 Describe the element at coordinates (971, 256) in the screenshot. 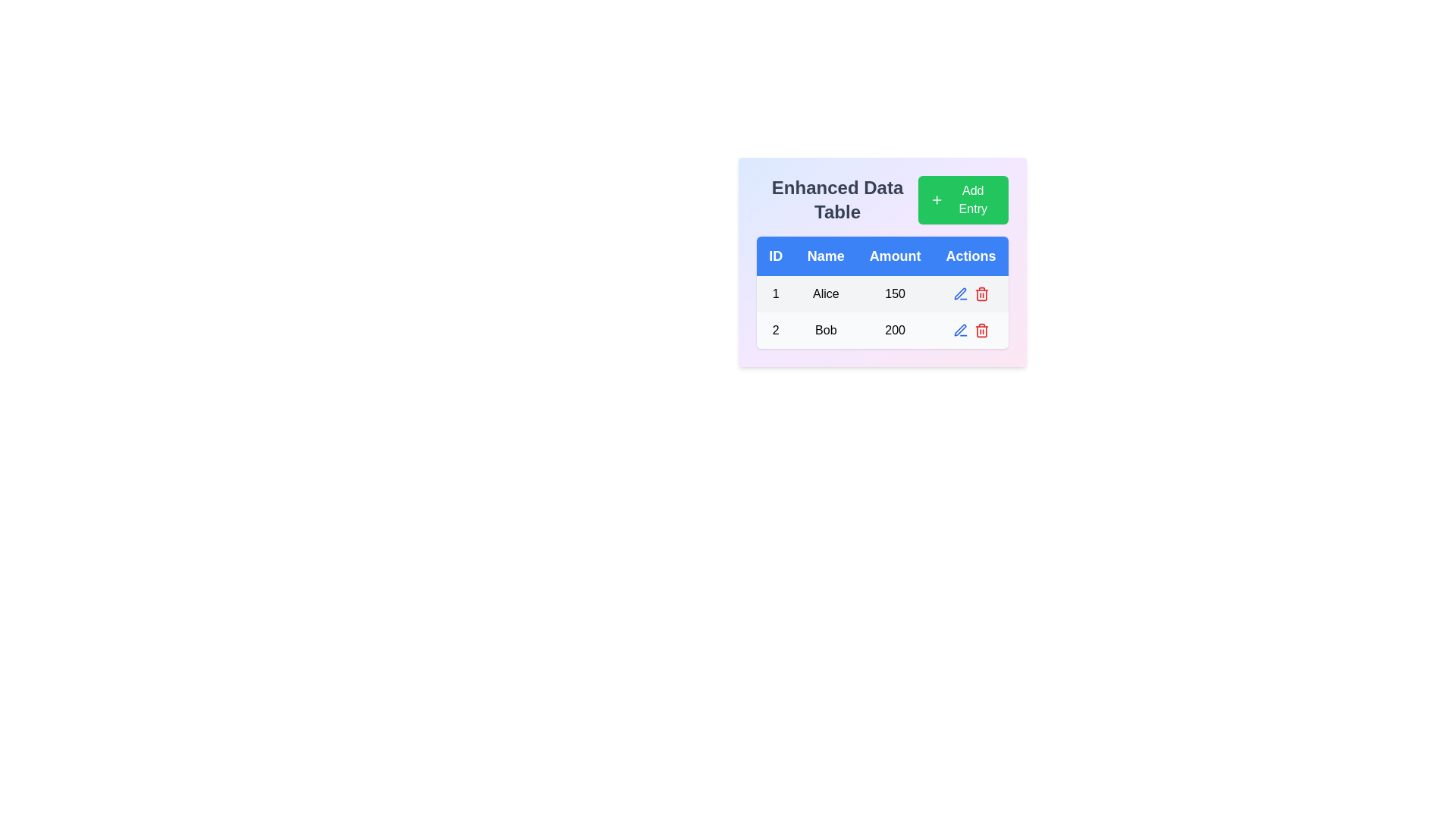

I see `the 'Actions' column header cell of the table, which is the rightmost header following 'ID', 'Name', and 'Amount'` at that location.